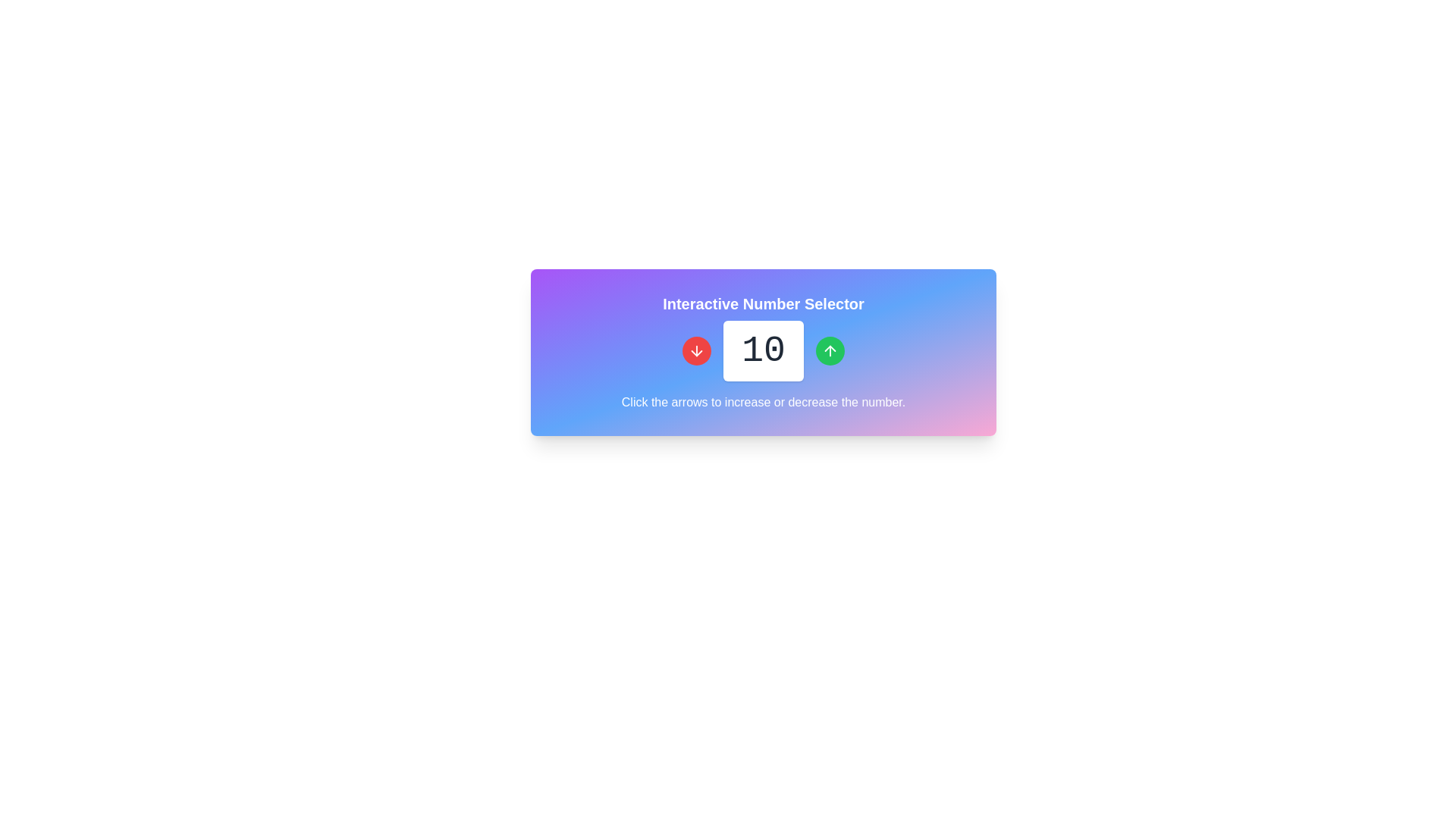 The image size is (1456, 819). I want to click on the button that decreases the value in the adjacent numeric input field, located on the left side of the interface within the number selector panel, so click(696, 350).